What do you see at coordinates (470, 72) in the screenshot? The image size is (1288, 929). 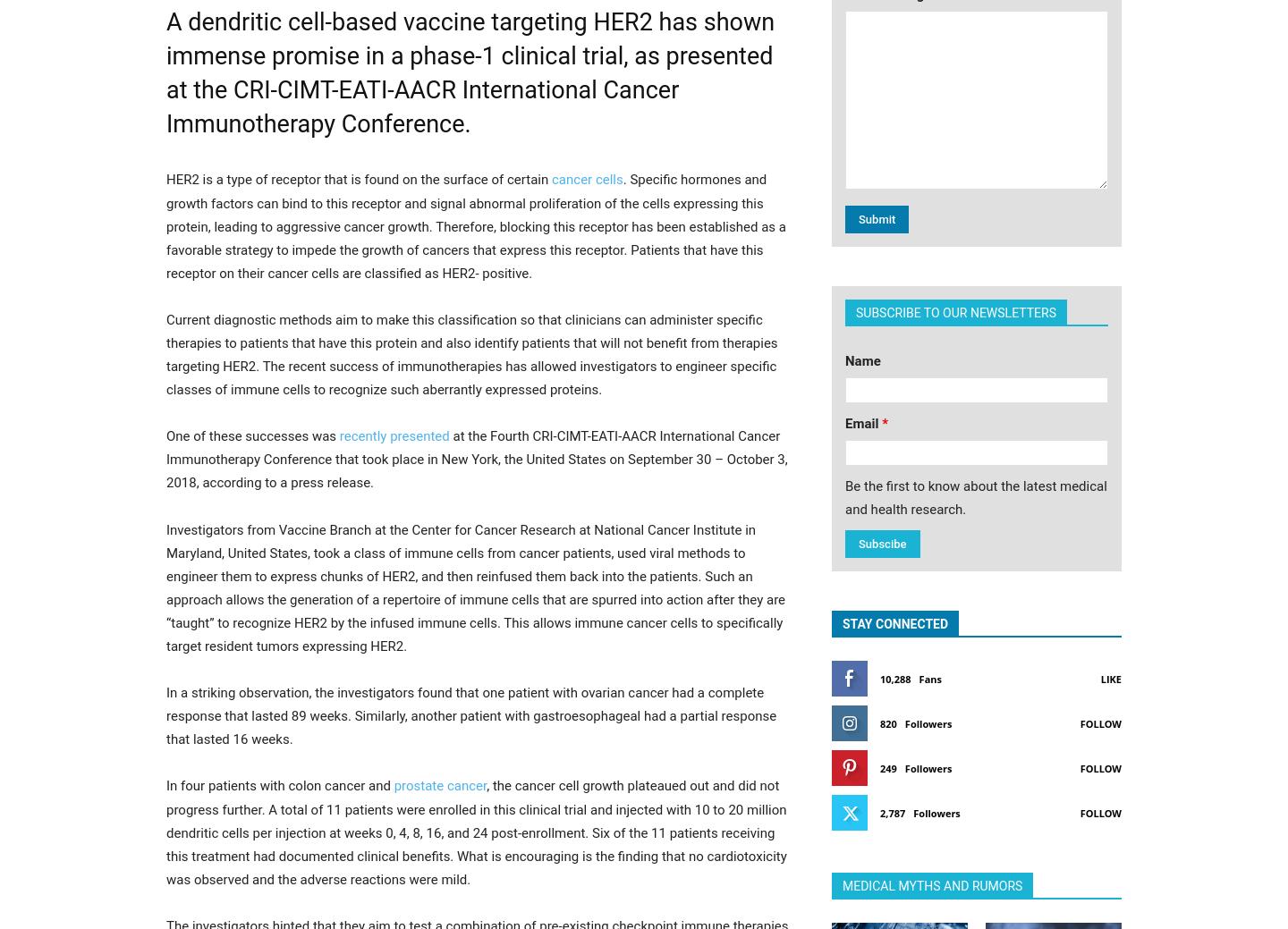 I see `'A dendritic cell-based vaccine targeting HER2 has shown immense promise in a phase-1 clinical trial, as presented at the CRI-CIMT-EATI-AACR International Cancer Immunotherapy Conference.'` at bounding box center [470, 72].